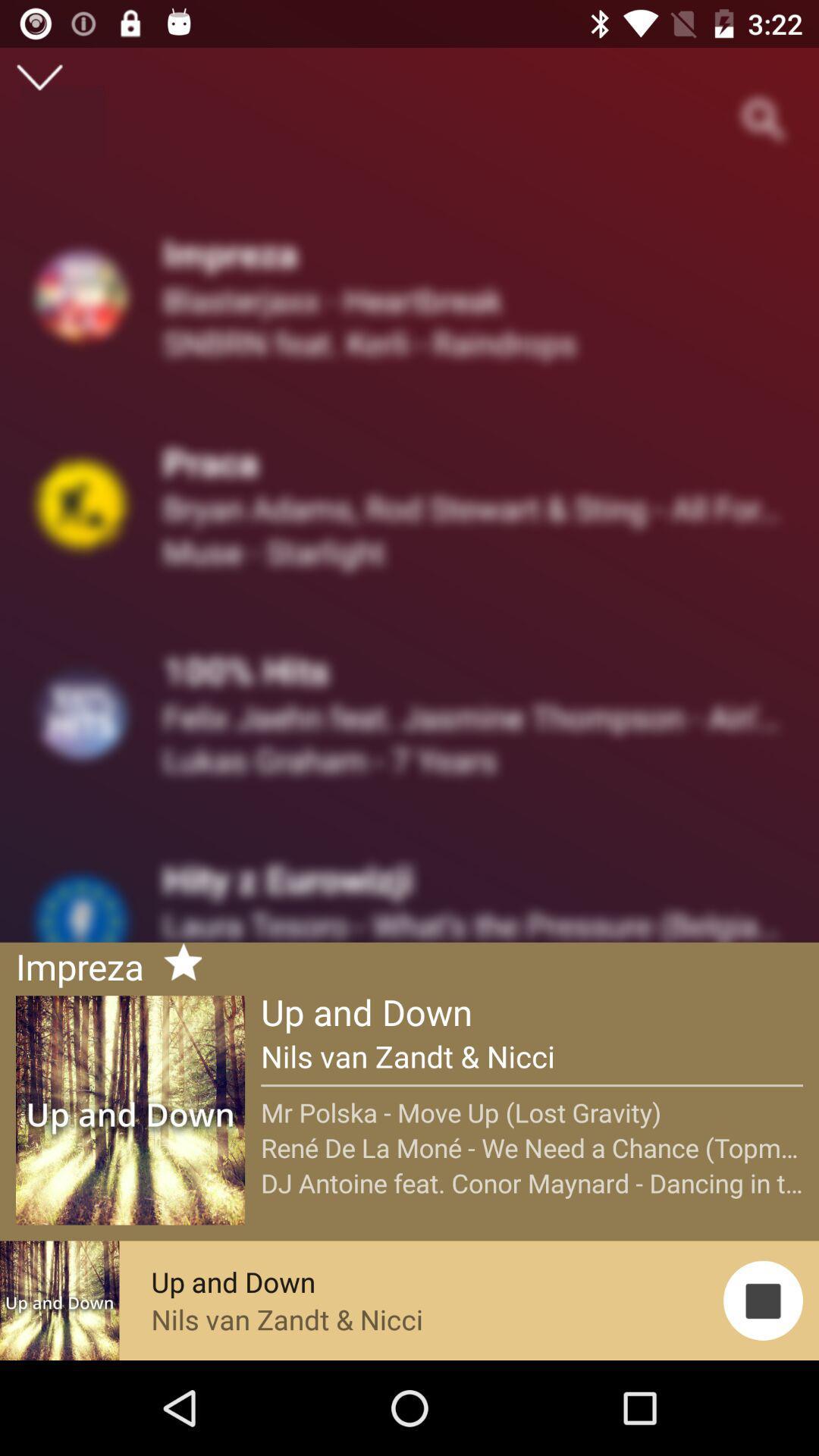  What do you see at coordinates (176, 964) in the screenshot?
I see `icon next to impreza icon` at bounding box center [176, 964].